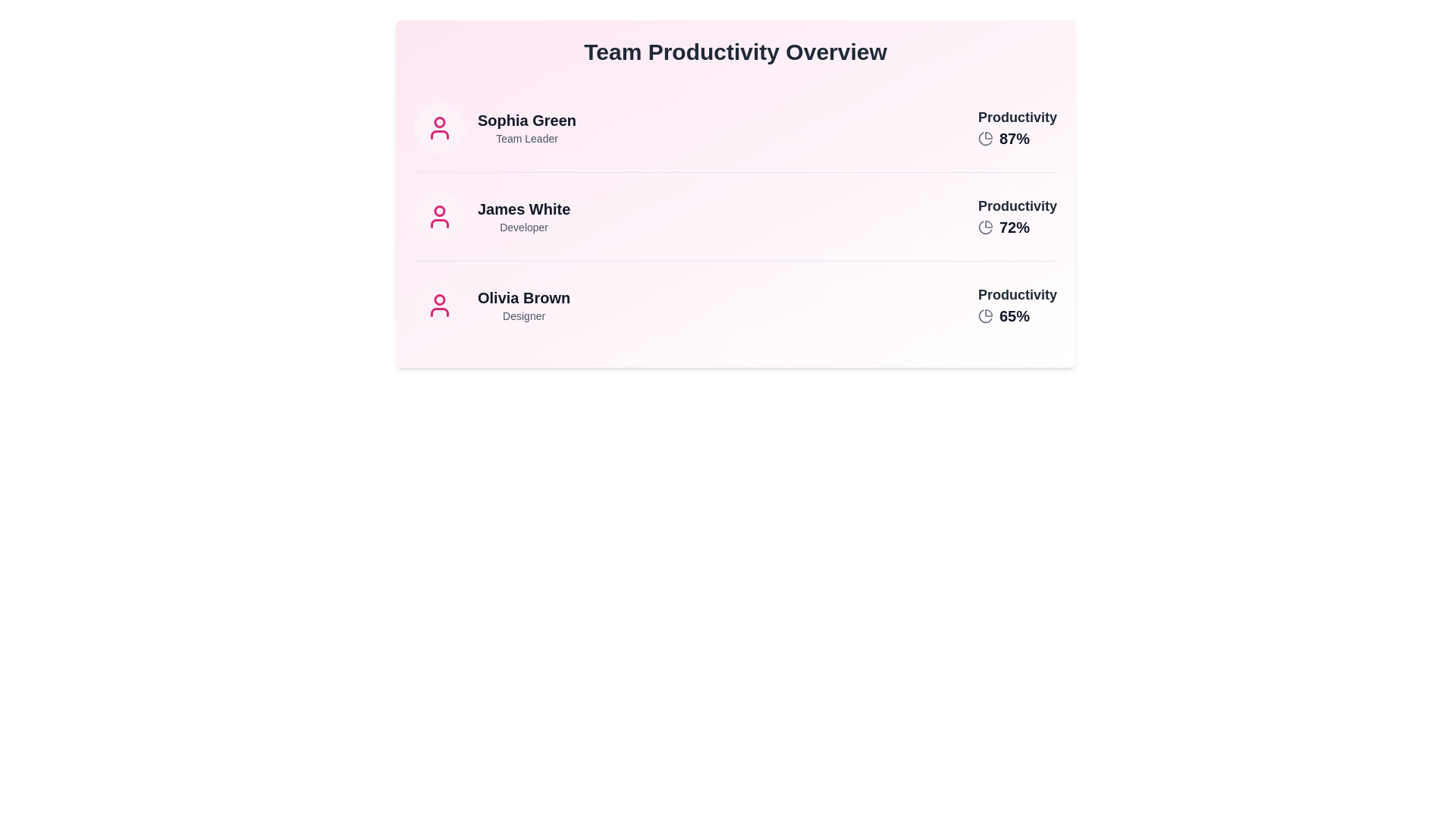 This screenshot has height=819, width=1456. What do you see at coordinates (439, 211) in the screenshot?
I see `the filled circle that represents the head of the user icon for James White, which is styled in pink and is located in the second row of the list` at bounding box center [439, 211].